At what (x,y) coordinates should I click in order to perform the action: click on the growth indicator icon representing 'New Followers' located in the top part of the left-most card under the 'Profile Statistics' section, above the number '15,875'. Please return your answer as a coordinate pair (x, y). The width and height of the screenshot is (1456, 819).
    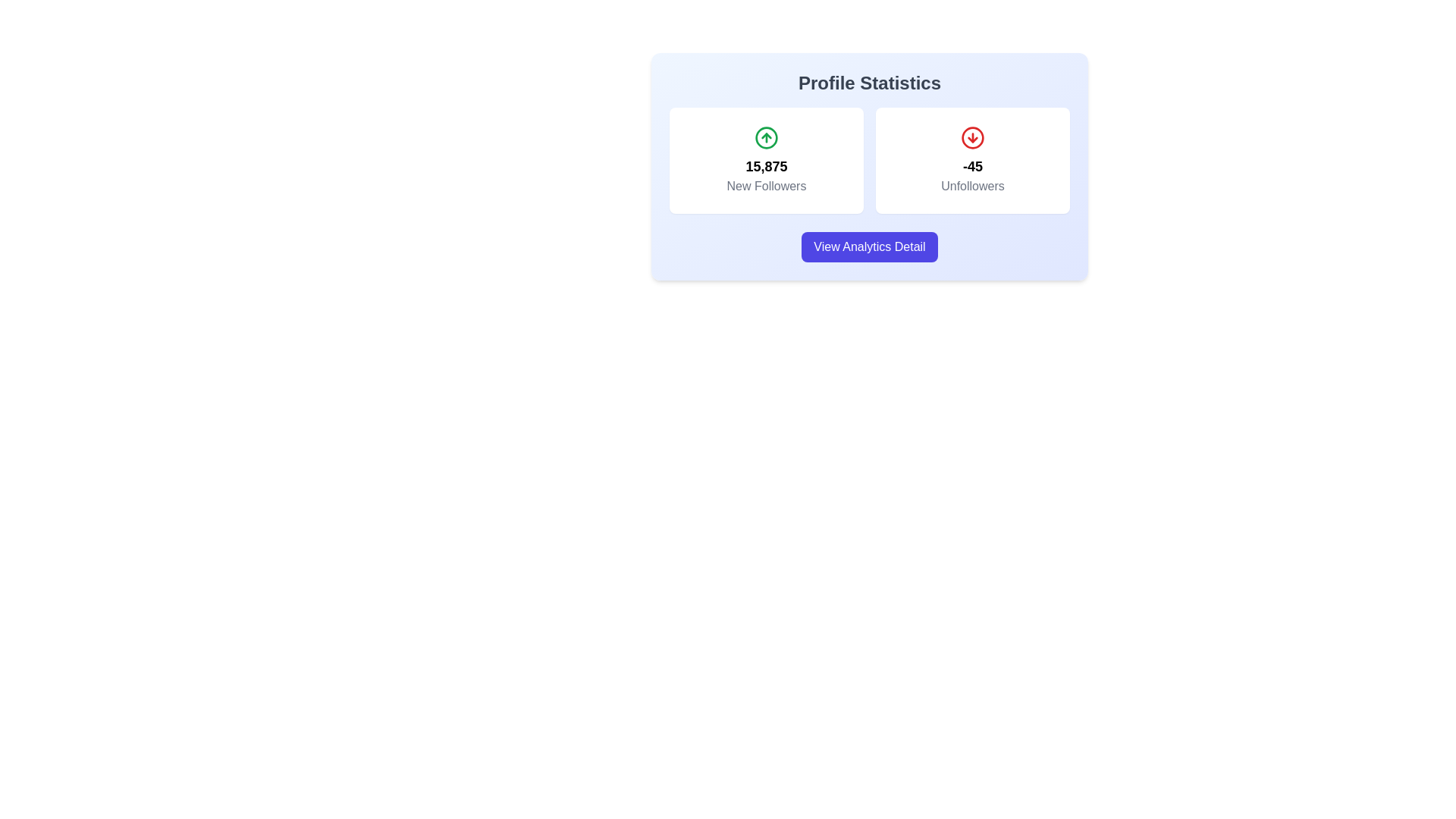
    Looking at the image, I should click on (767, 137).